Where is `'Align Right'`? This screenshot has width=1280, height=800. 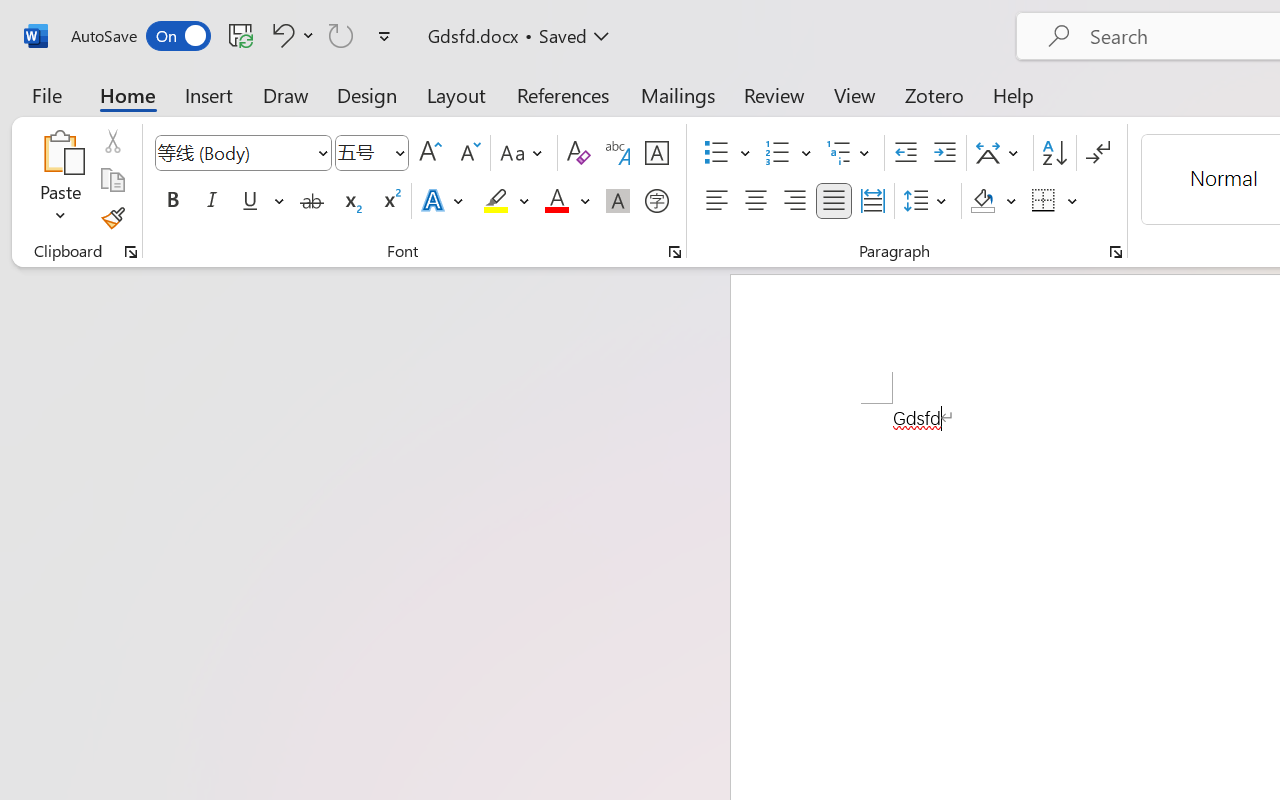
'Align Right' is located at coordinates (793, 201).